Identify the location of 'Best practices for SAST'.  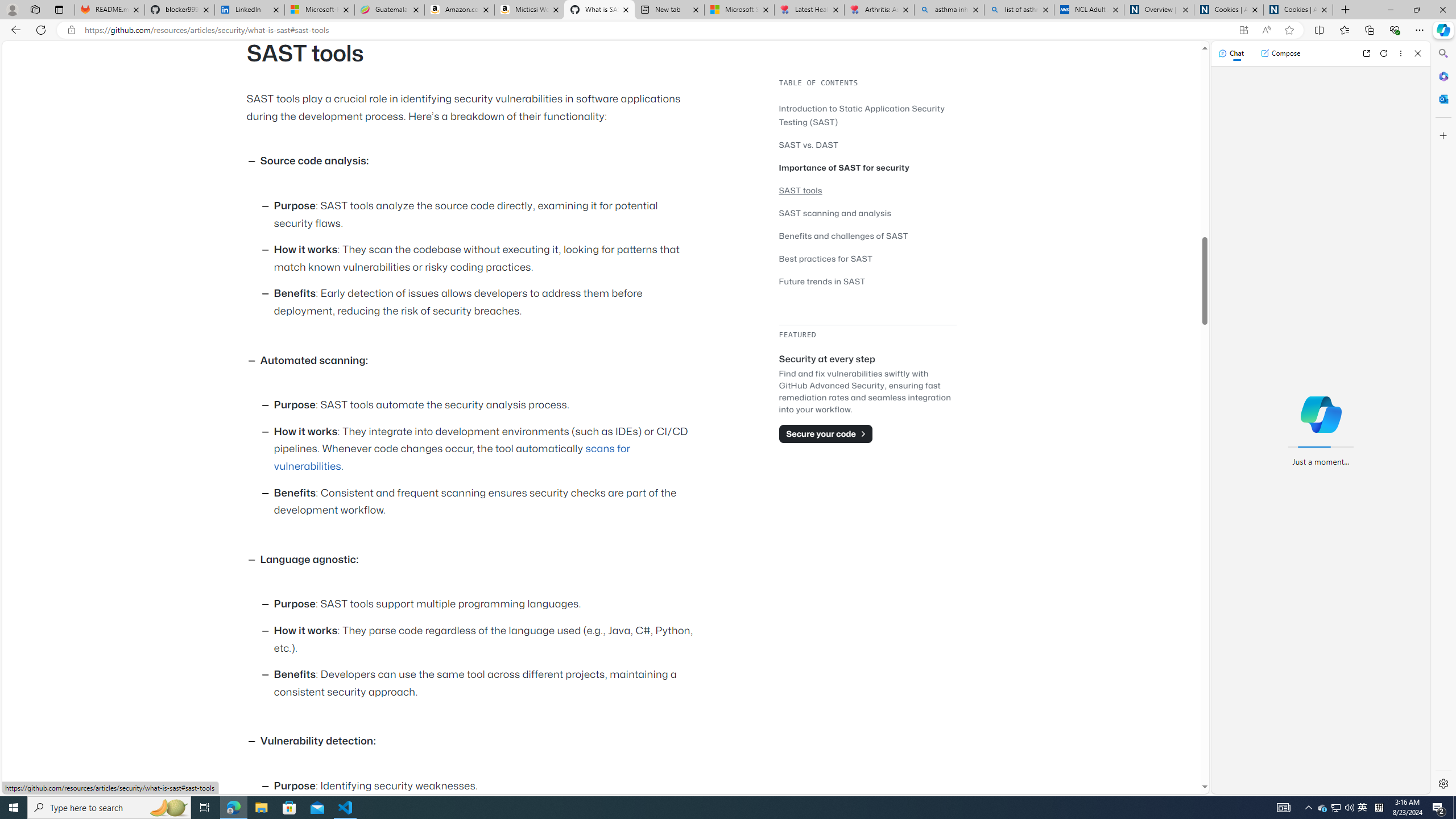
(867, 258).